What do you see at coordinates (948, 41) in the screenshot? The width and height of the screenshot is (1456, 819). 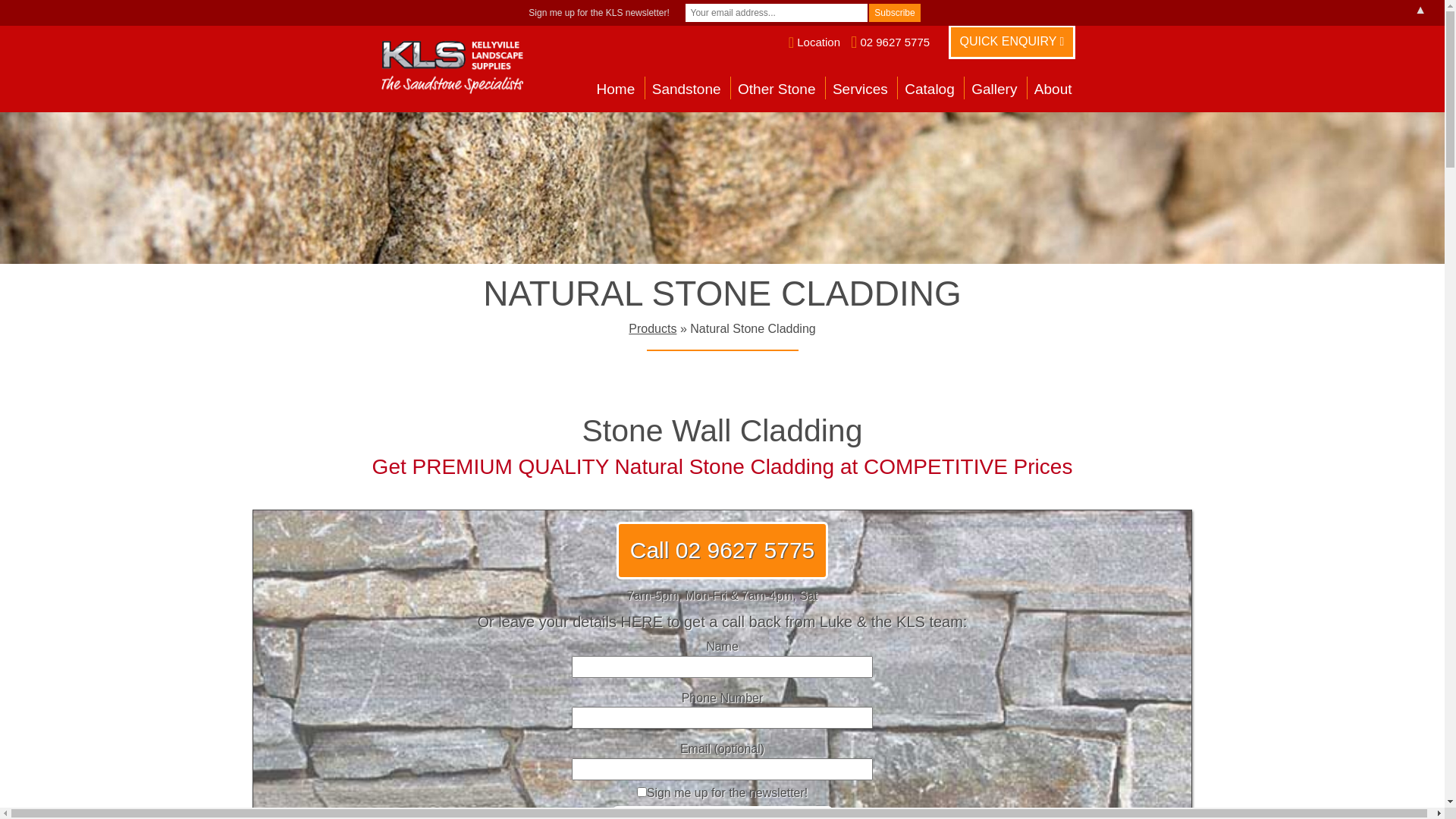 I see `'QUICK ENQUIRY'` at bounding box center [948, 41].